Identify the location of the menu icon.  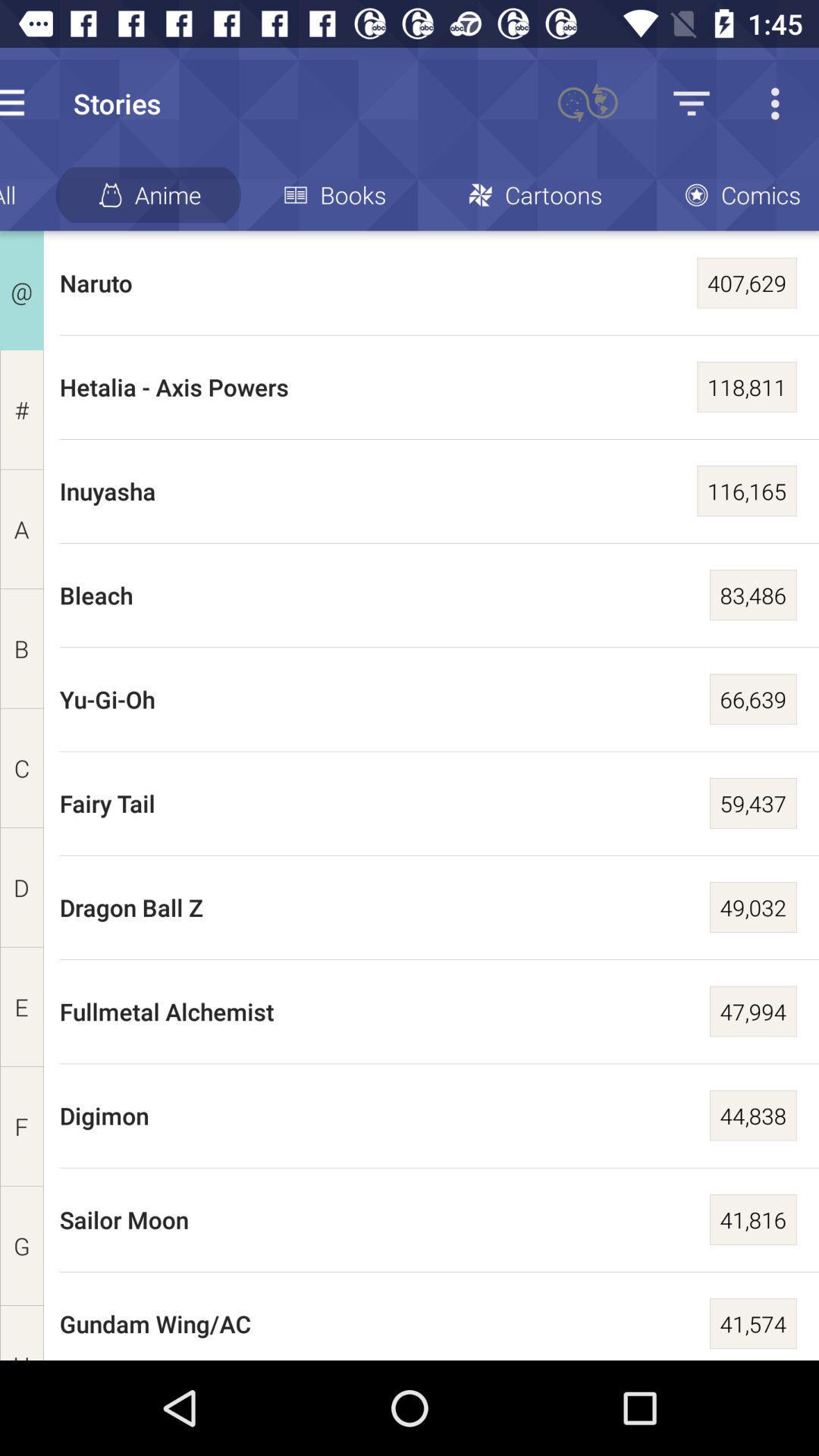
(30, 102).